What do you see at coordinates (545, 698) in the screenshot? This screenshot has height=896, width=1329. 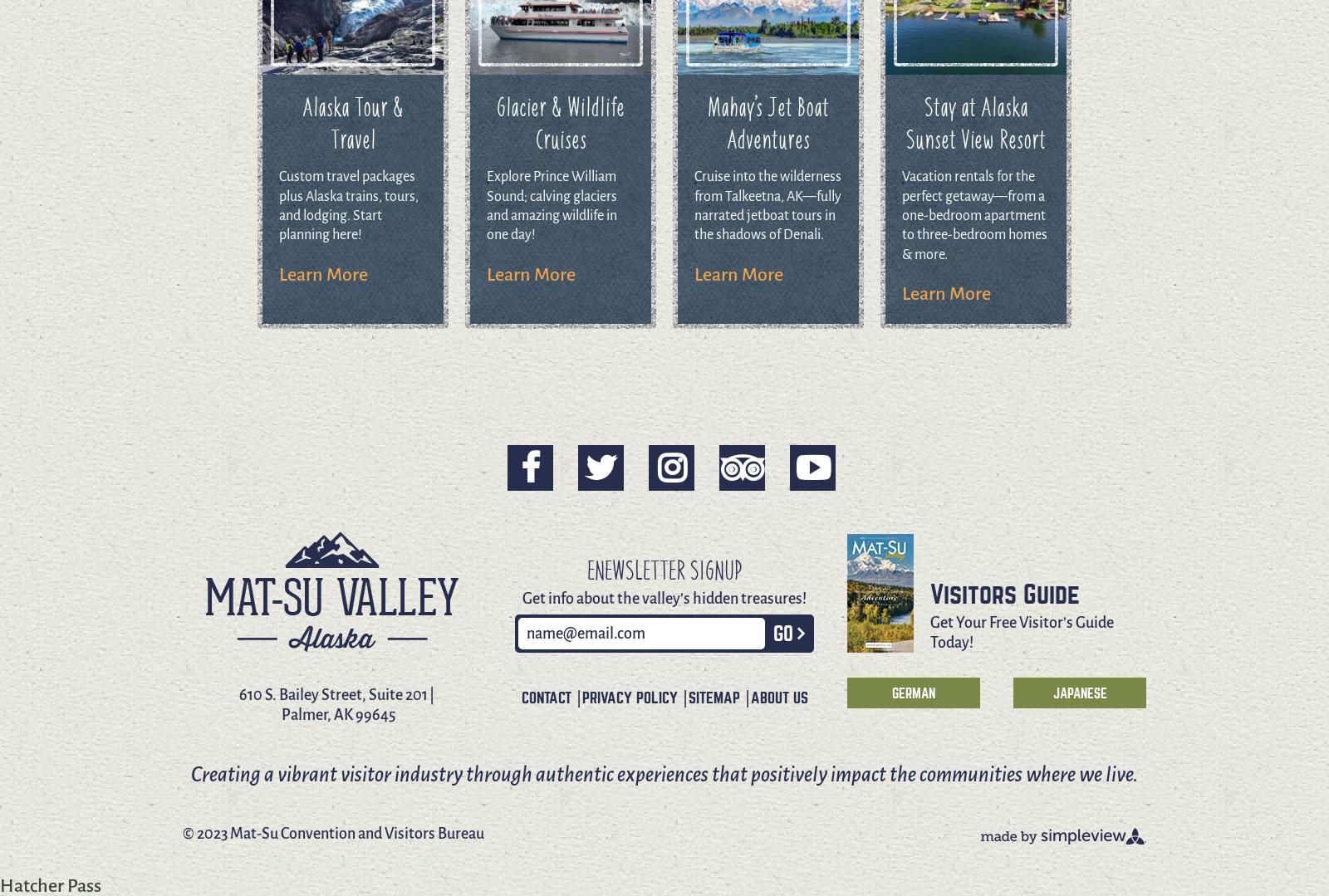 I see `'Contact'` at bounding box center [545, 698].